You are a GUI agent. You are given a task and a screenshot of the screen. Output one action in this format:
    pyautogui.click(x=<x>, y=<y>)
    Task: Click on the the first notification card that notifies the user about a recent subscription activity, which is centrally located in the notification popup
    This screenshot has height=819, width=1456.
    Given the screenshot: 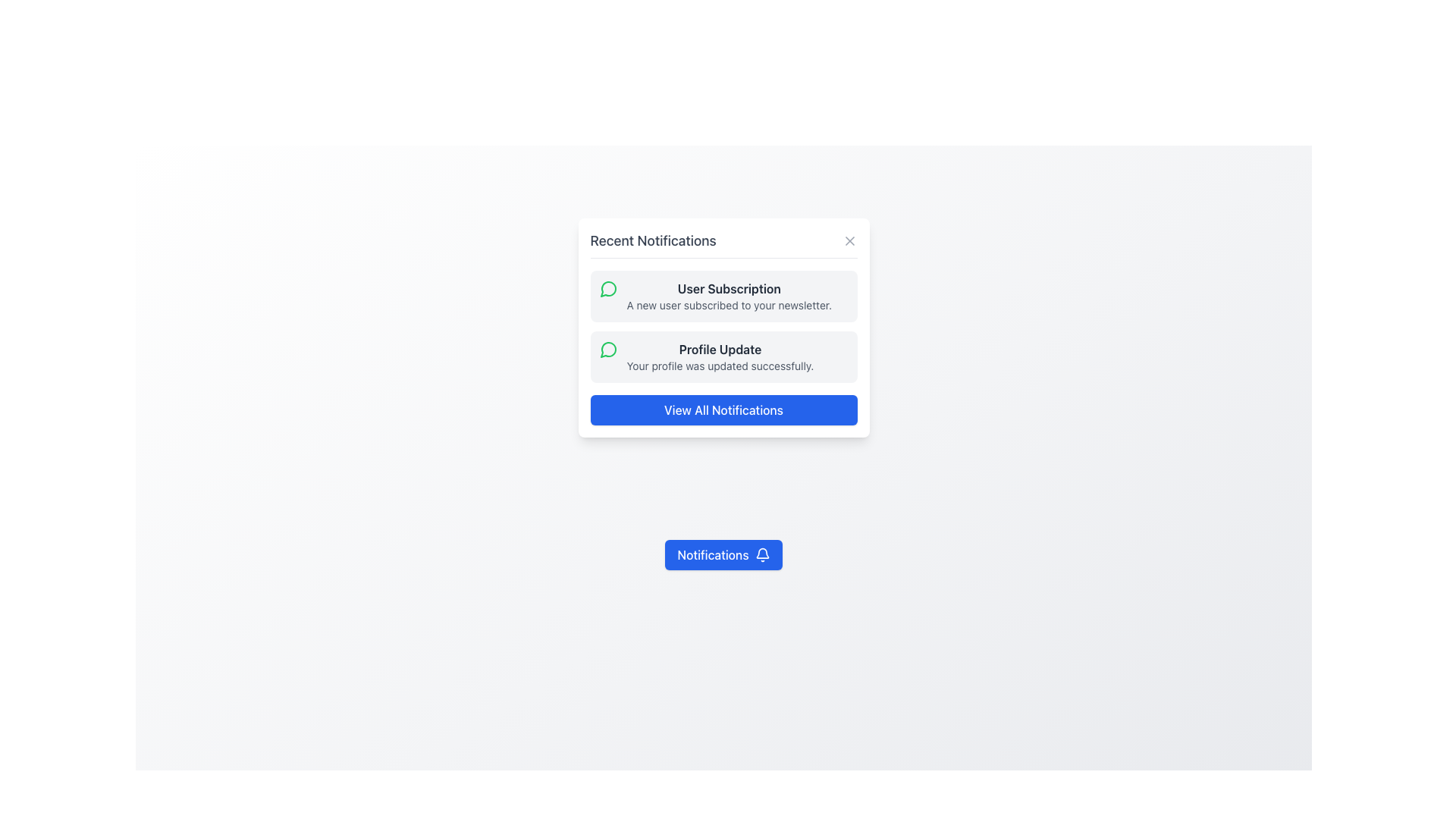 What is the action you would take?
    pyautogui.click(x=723, y=296)
    